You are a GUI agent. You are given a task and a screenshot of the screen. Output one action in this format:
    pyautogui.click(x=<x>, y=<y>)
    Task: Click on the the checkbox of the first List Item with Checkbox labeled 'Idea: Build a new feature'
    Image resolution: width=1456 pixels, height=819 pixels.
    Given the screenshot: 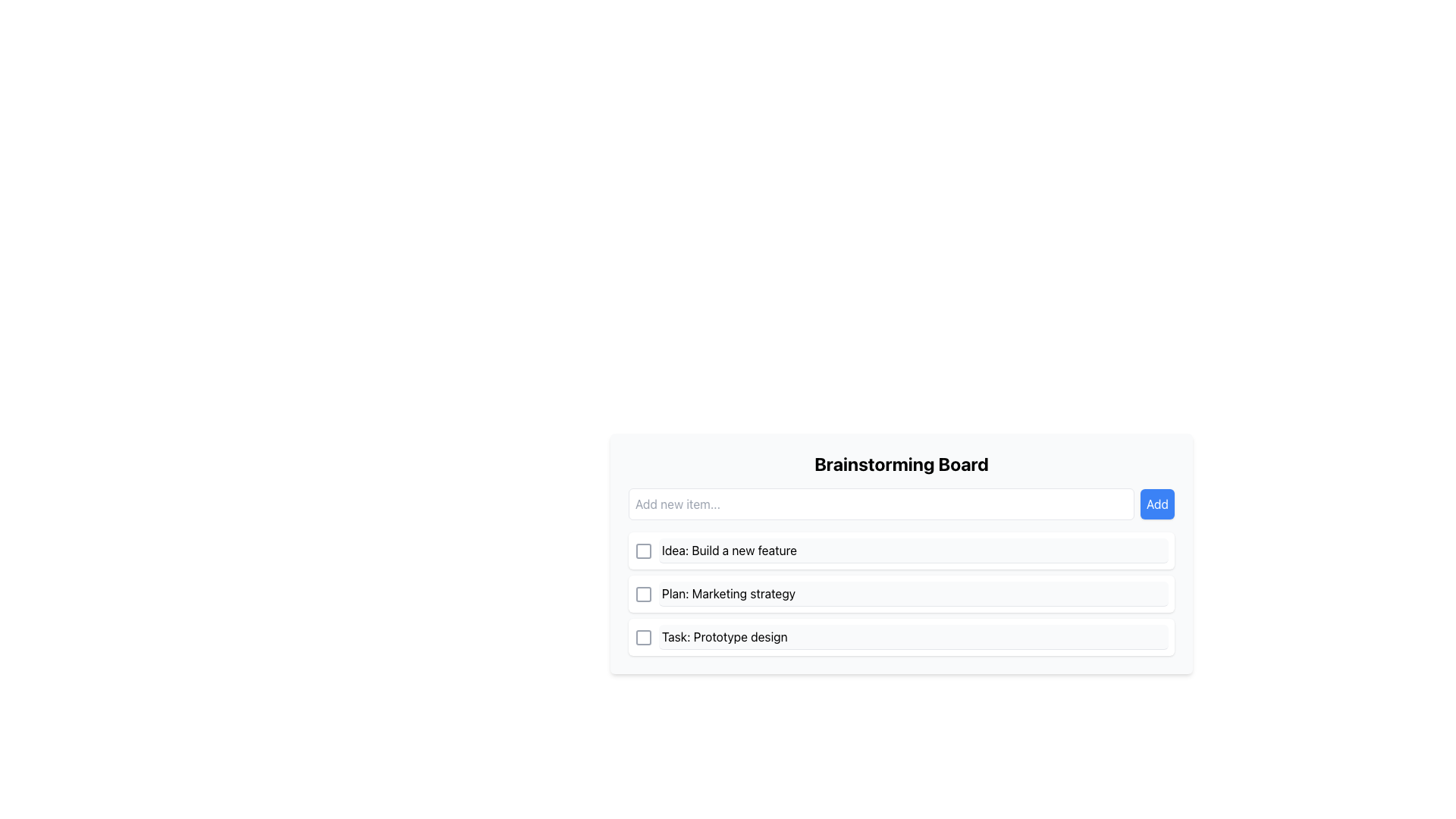 What is the action you would take?
    pyautogui.click(x=902, y=550)
    